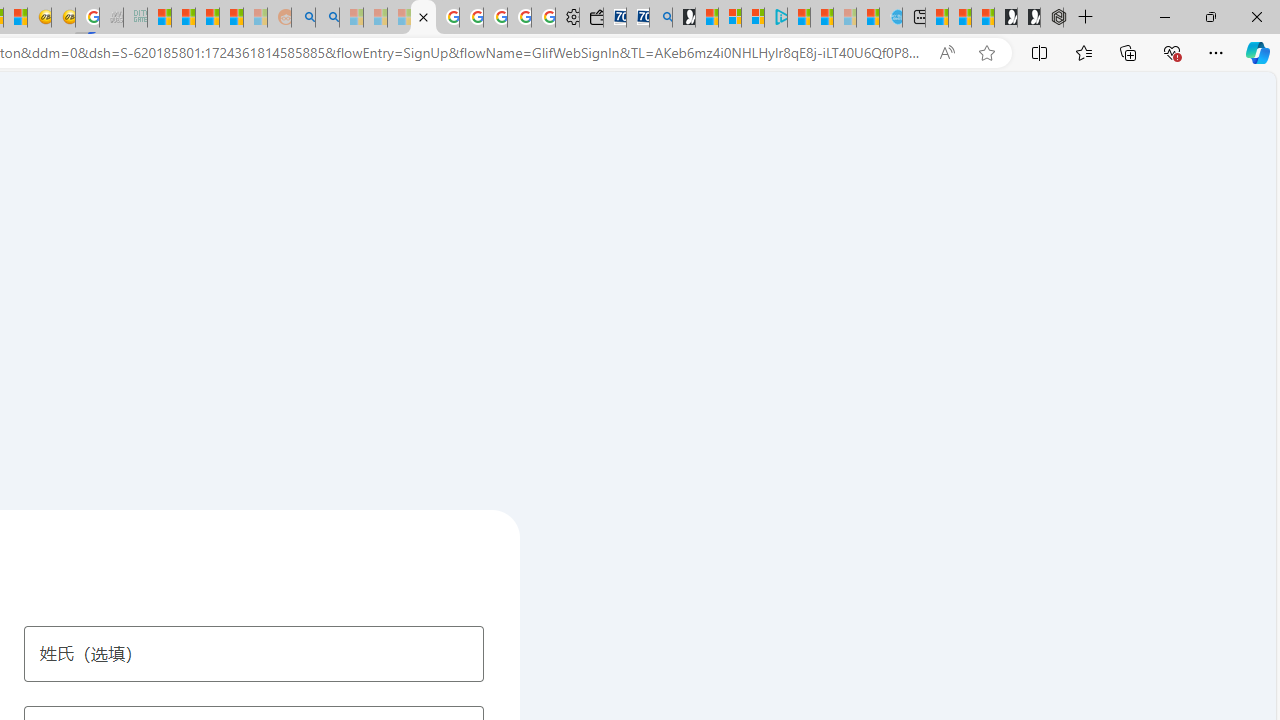 The height and width of the screenshot is (720, 1280). What do you see at coordinates (1029, 17) in the screenshot?
I see `'Play Free Online Games | Games from Microsoft Start'` at bounding box center [1029, 17].